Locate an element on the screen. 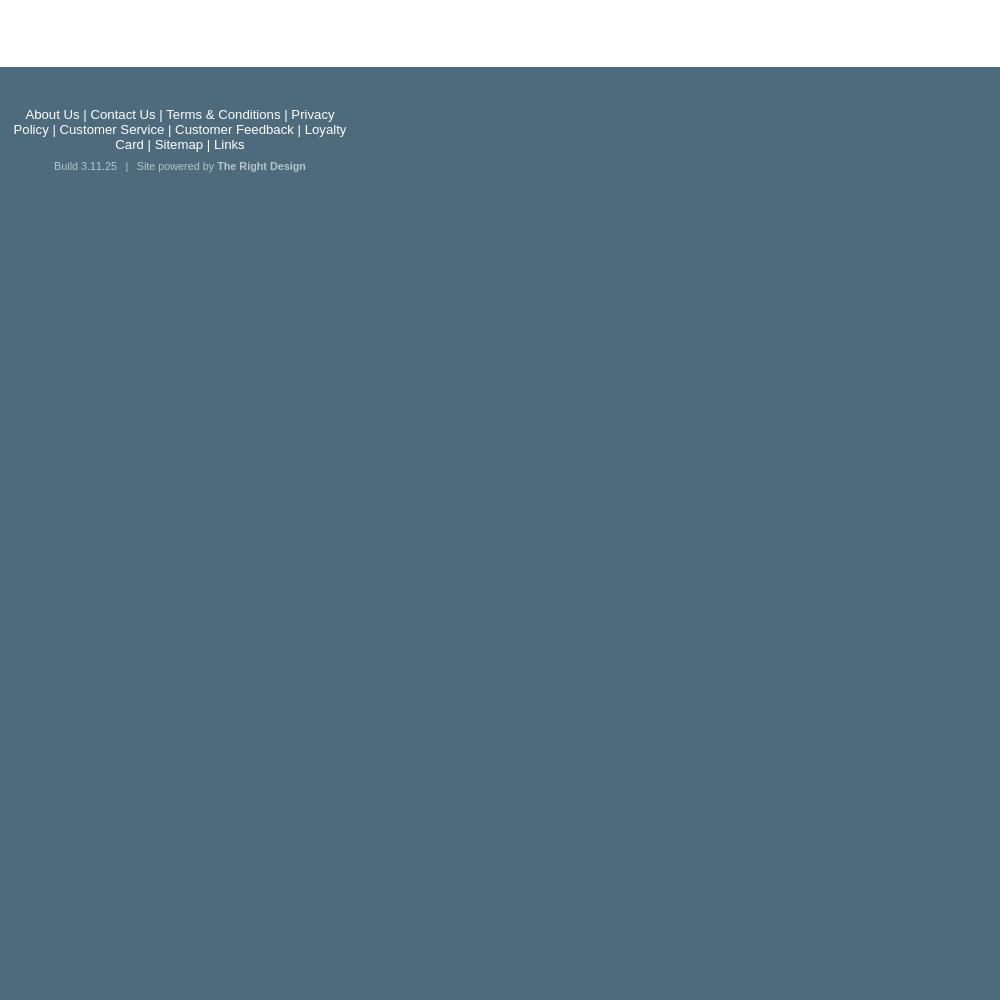 Image resolution: width=1000 pixels, height=1000 pixels. 'Build 3.11.25' is located at coordinates (86, 166).